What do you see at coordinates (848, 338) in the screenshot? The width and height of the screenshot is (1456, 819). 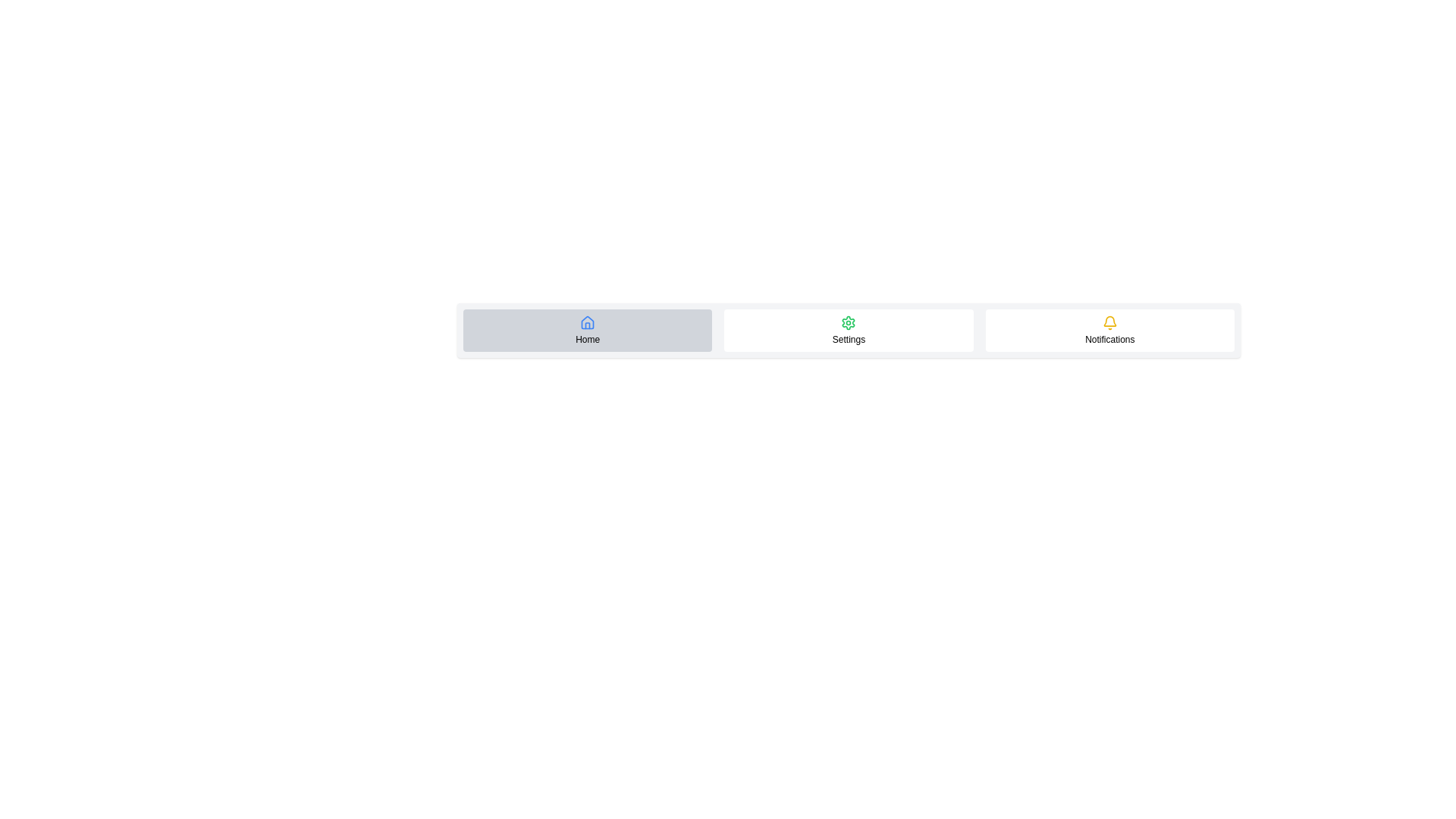 I see `the text label that describes the associated settings section, located below the settings gear icon and between the 'Home' and 'Notifications' options` at bounding box center [848, 338].